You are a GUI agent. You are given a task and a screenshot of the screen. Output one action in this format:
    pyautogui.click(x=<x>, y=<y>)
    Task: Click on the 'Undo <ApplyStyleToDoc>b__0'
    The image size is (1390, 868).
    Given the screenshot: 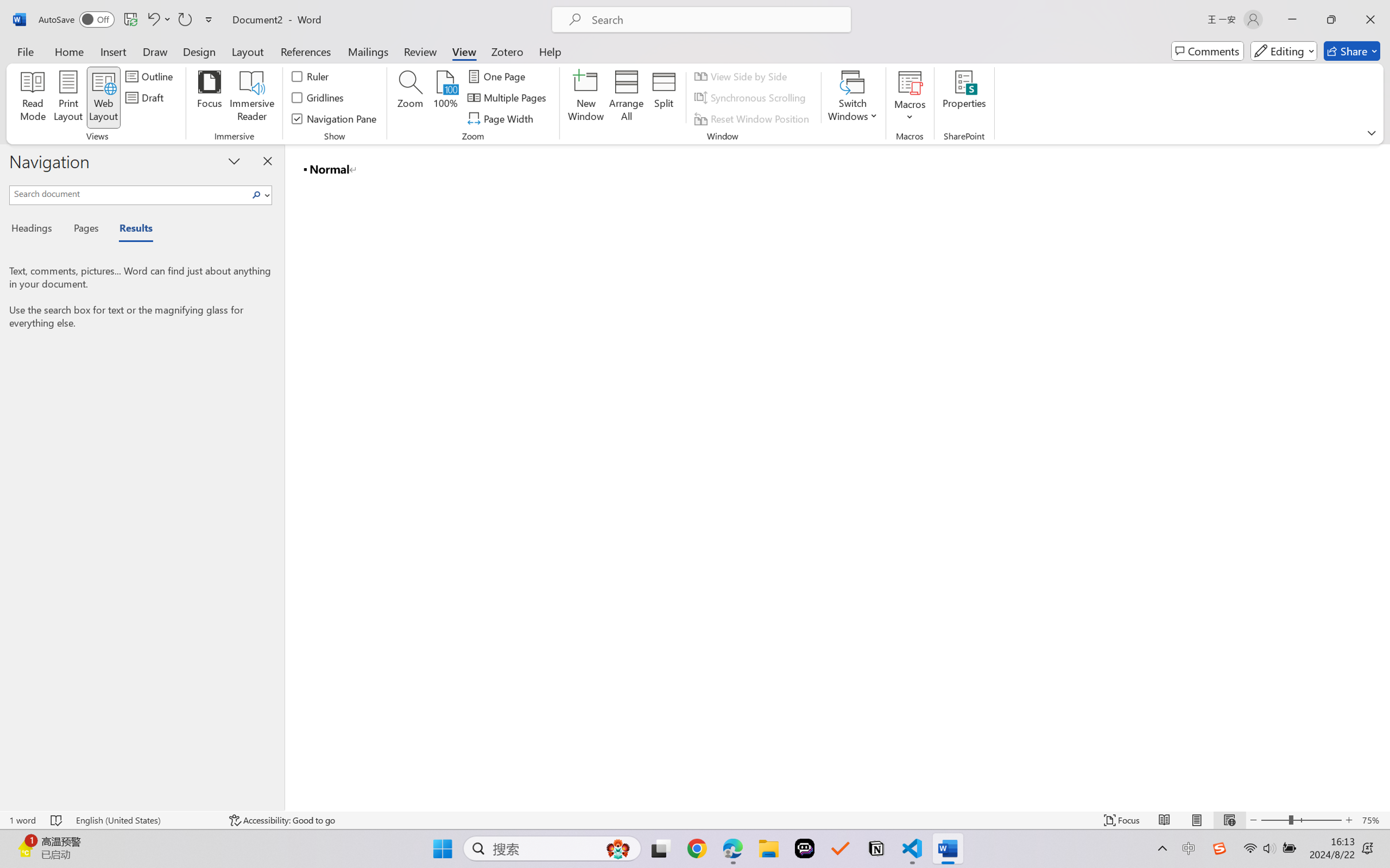 What is the action you would take?
    pyautogui.click(x=157, y=19)
    